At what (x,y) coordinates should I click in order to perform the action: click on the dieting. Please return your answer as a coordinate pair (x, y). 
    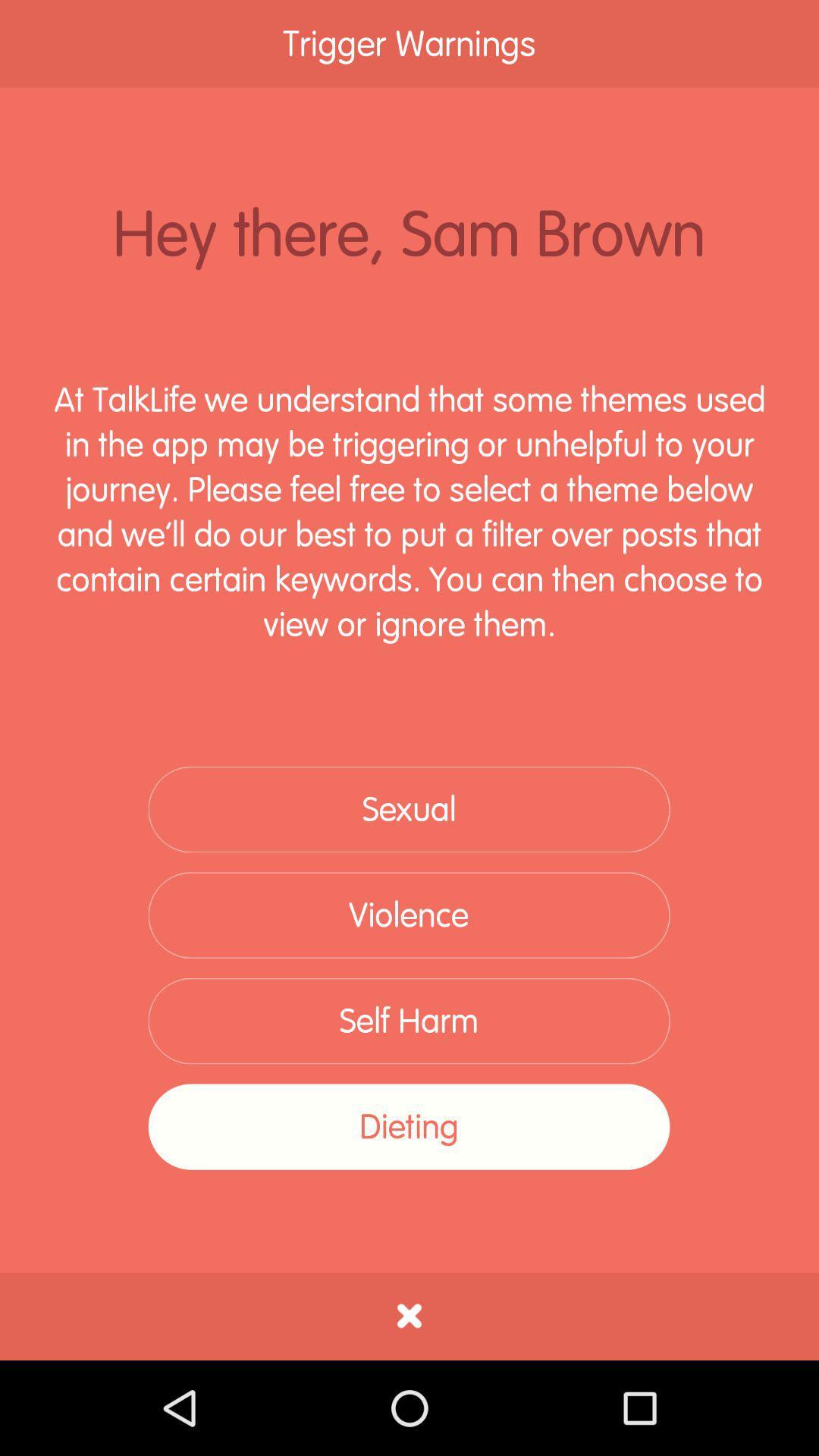
    Looking at the image, I should click on (408, 1127).